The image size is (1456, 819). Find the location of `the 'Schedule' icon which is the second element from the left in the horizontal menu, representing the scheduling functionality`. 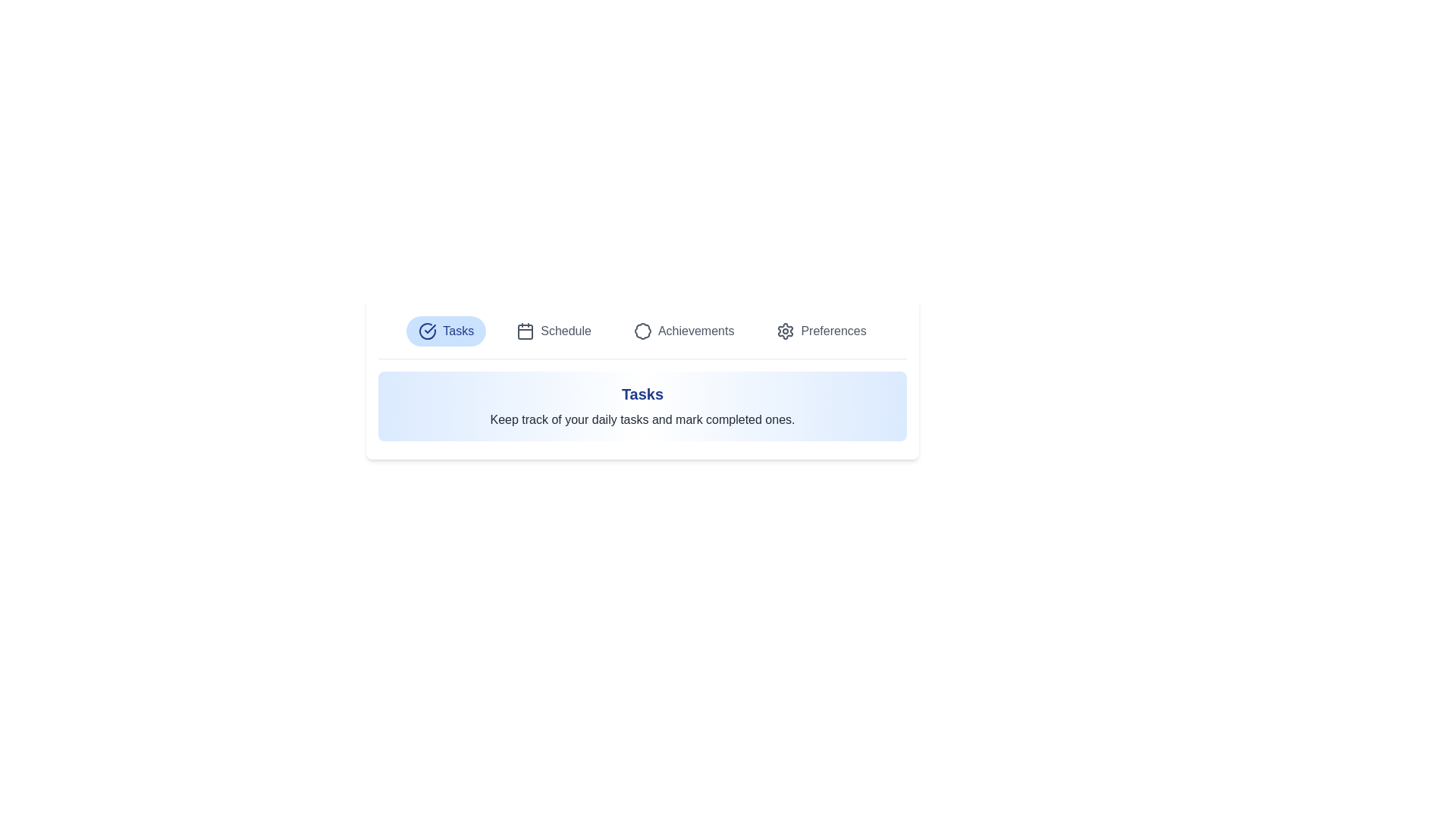

the 'Schedule' icon which is the second element from the left in the horizontal menu, representing the scheduling functionality is located at coordinates (526, 330).